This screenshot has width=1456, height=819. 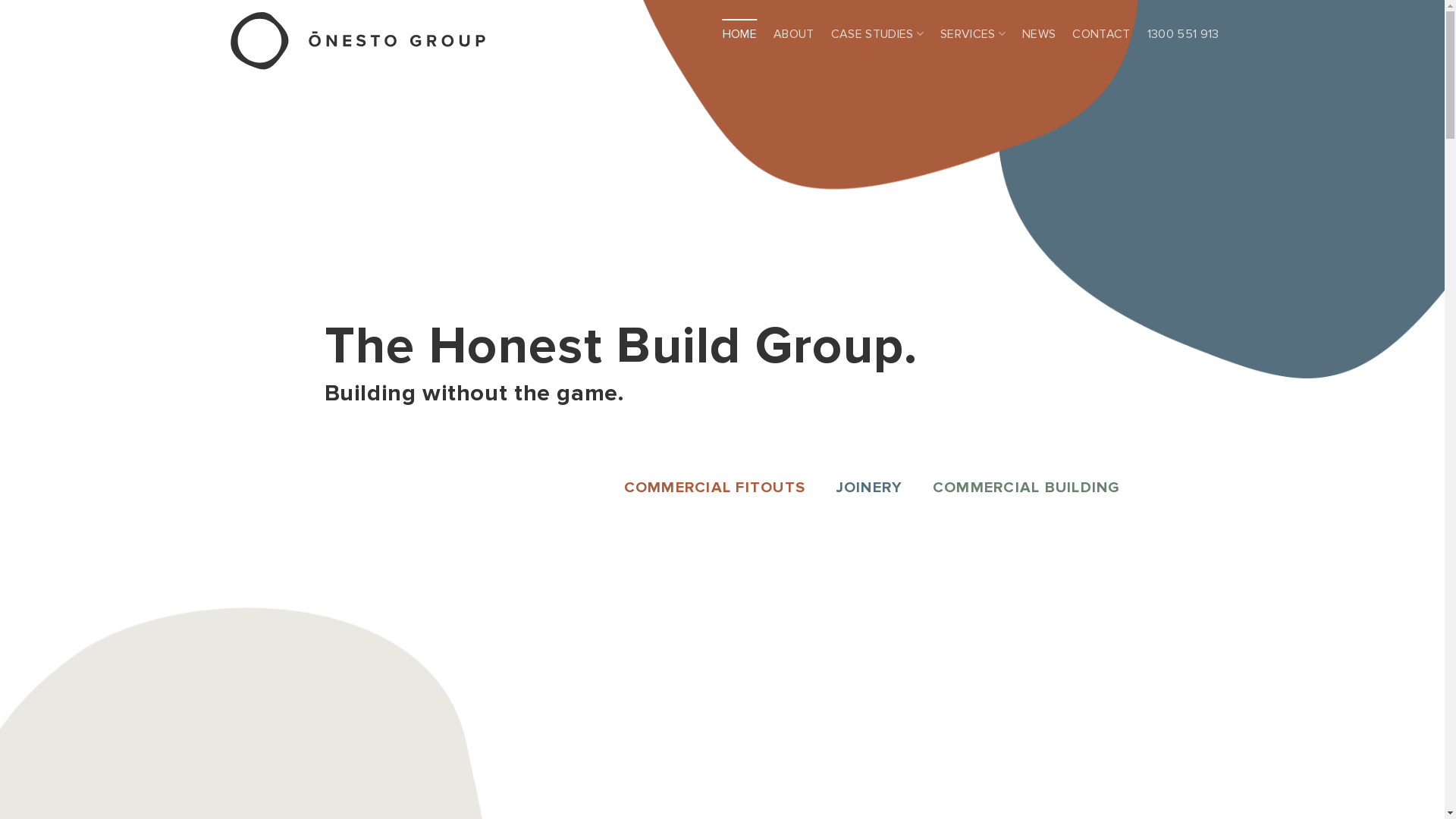 What do you see at coordinates (1026, 488) in the screenshot?
I see `'COMMERCIAL BUILDING'` at bounding box center [1026, 488].